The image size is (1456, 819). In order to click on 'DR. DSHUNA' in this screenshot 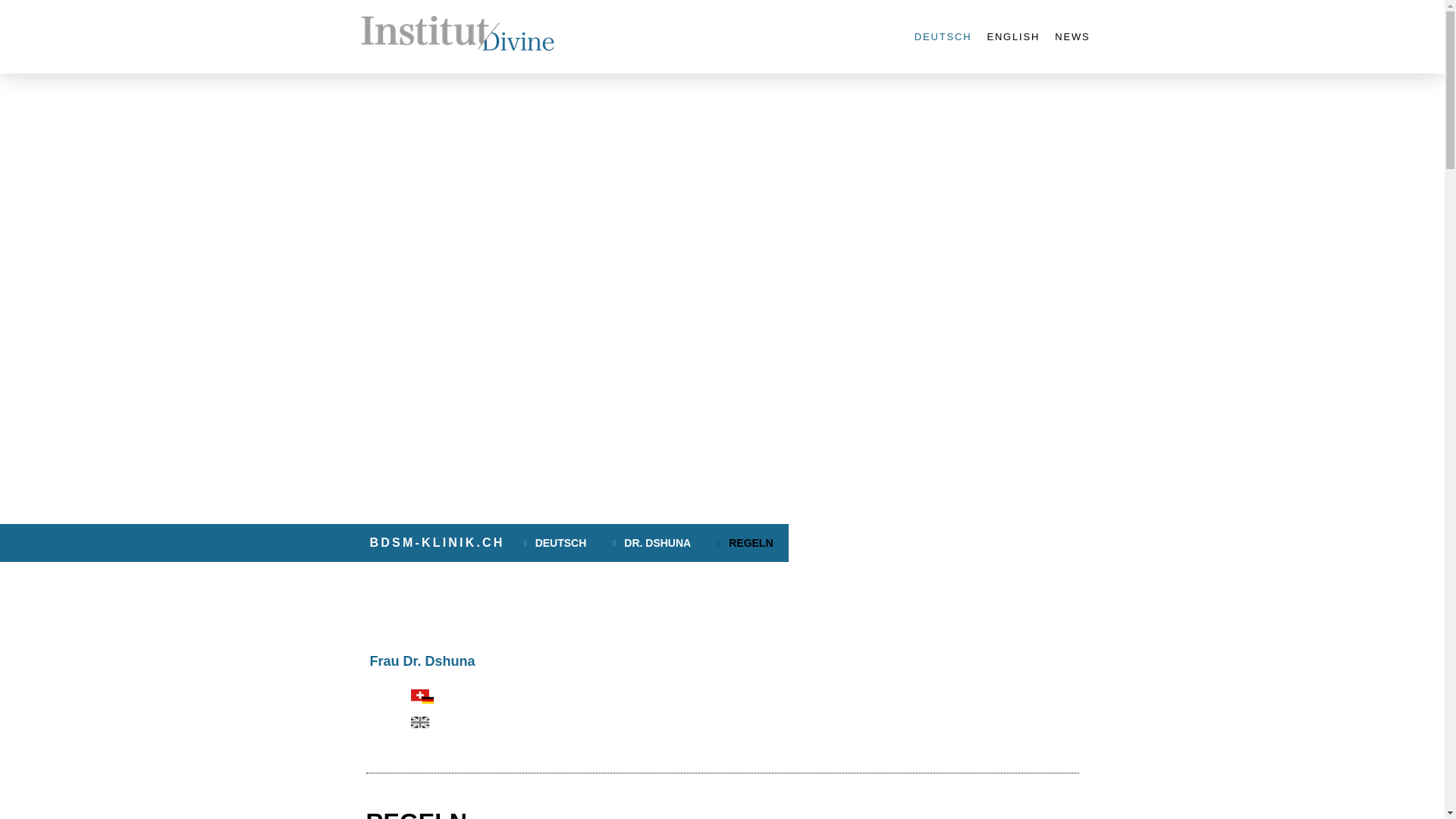, I will do `click(654, 542)`.